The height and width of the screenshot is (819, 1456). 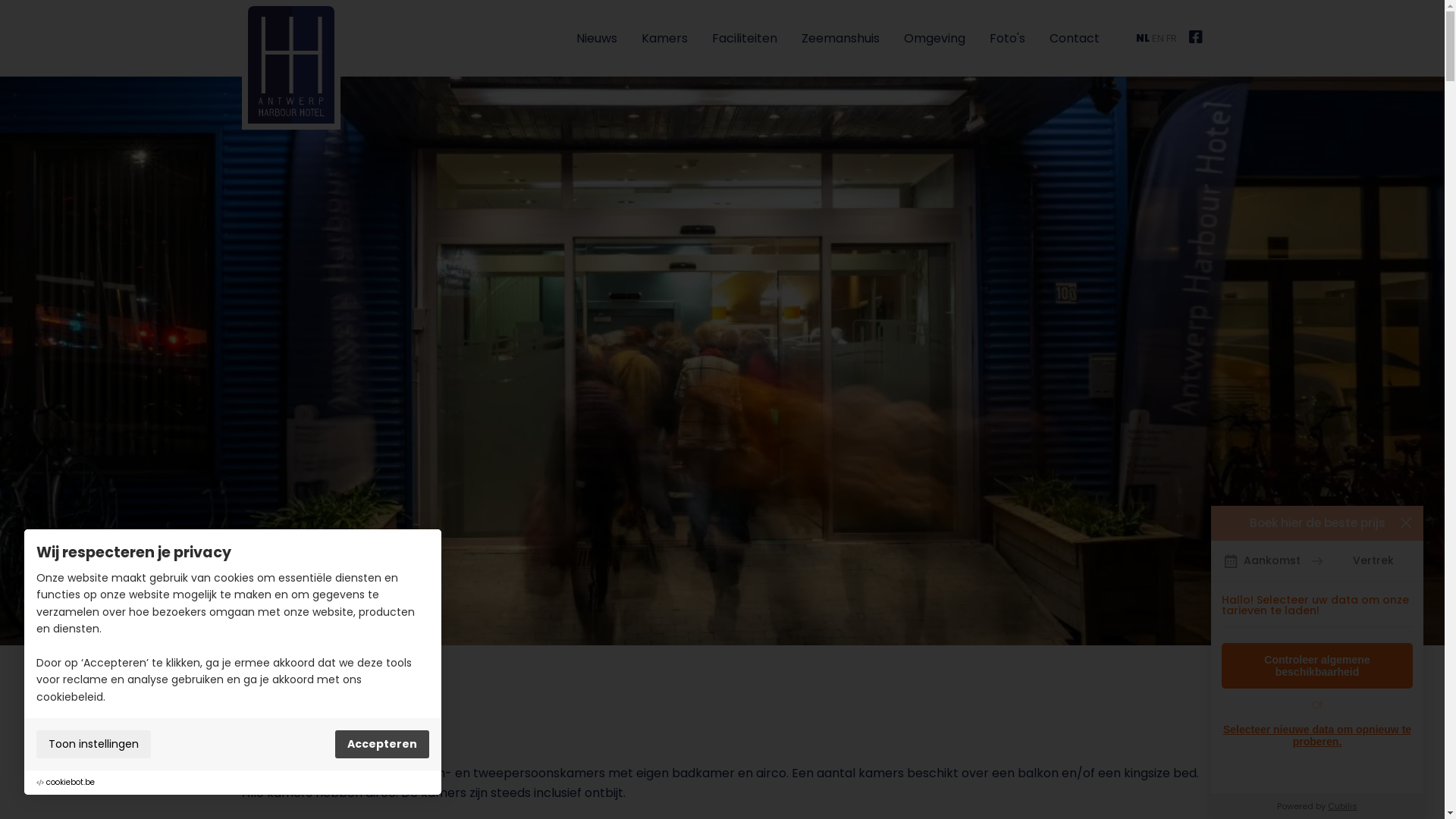 What do you see at coordinates (1073, 37) in the screenshot?
I see `'Contact'` at bounding box center [1073, 37].